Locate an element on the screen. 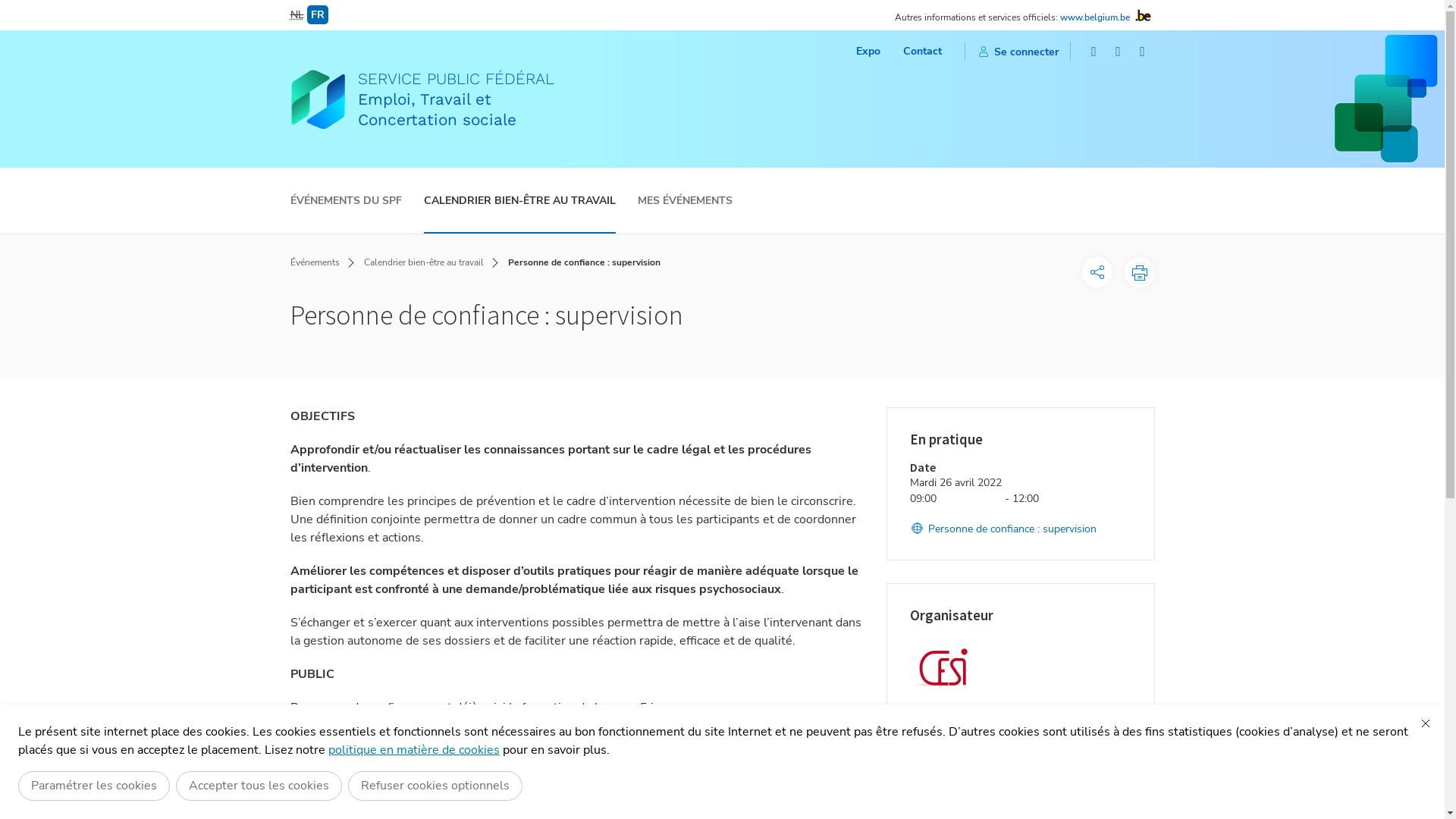 This screenshot has width=1456, height=819. 'Contact' is located at coordinates (921, 50).